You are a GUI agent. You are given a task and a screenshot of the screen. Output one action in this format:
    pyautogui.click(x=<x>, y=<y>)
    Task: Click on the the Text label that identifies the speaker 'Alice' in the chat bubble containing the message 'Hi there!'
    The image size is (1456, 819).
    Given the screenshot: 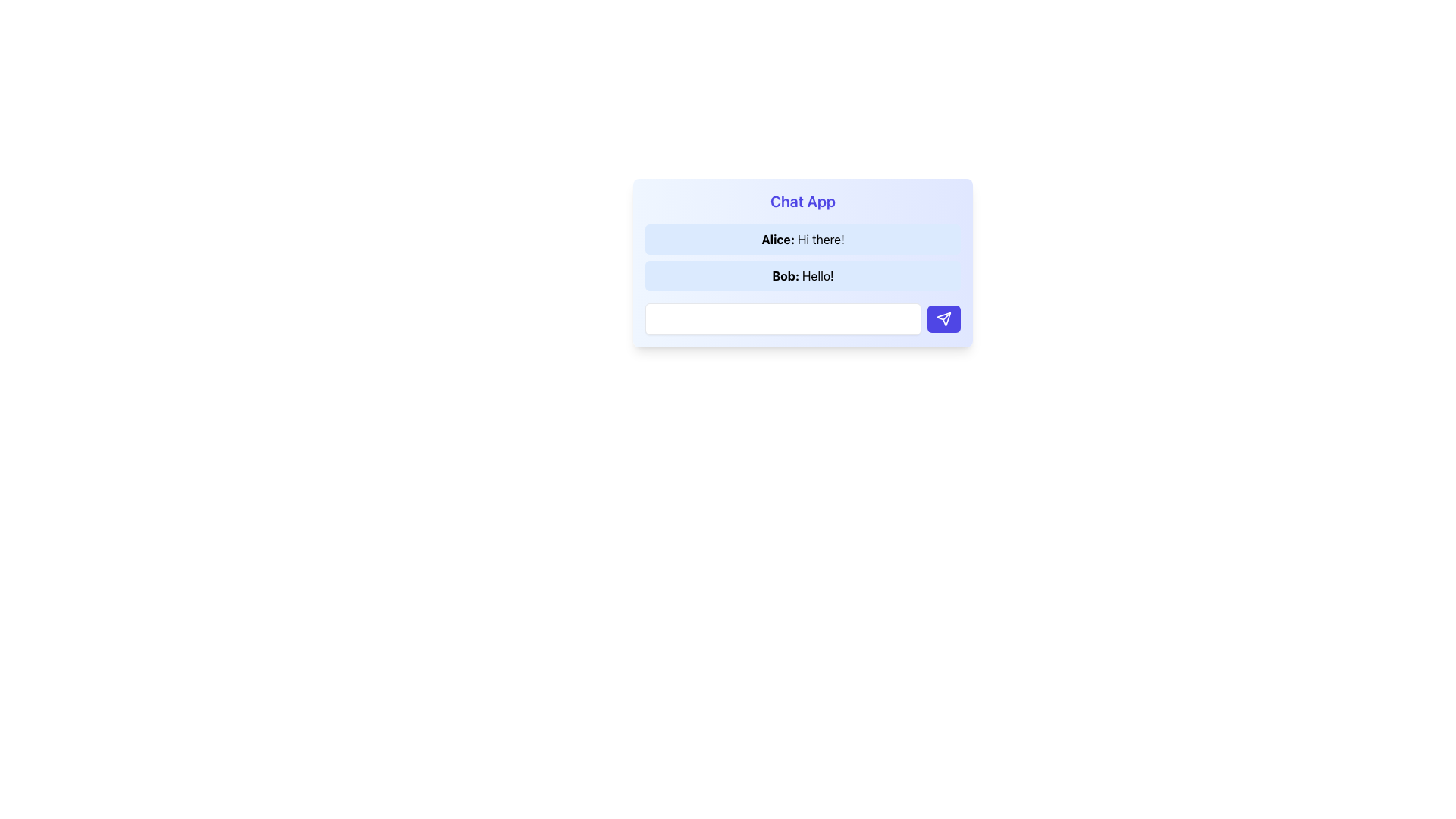 What is the action you would take?
    pyautogui.click(x=780, y=239)
    